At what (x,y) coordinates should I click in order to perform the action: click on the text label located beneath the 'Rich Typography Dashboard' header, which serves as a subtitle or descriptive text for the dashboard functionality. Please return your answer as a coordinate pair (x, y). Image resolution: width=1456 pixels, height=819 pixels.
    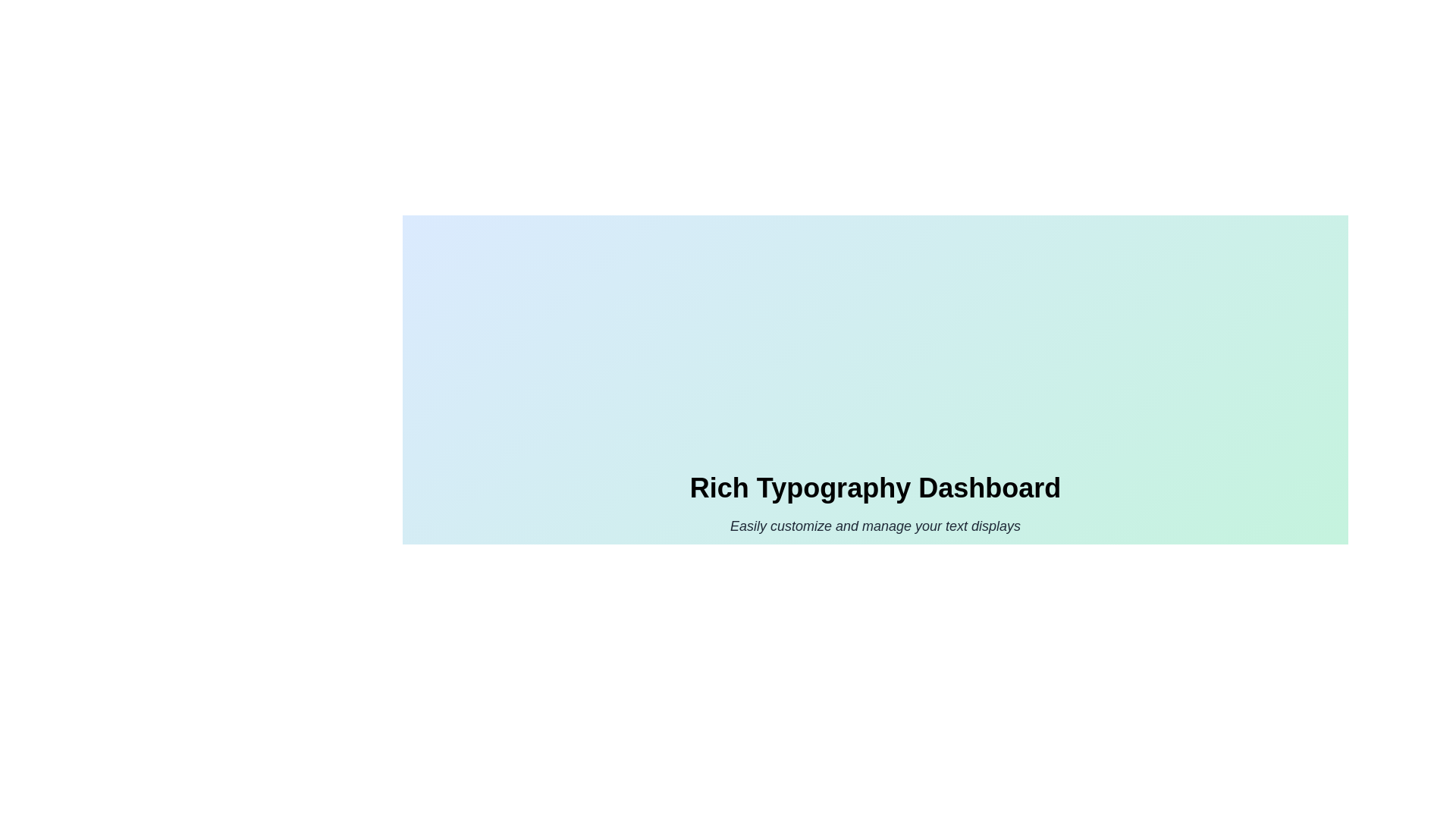
    Looking at the image, I should click on (875, 526).